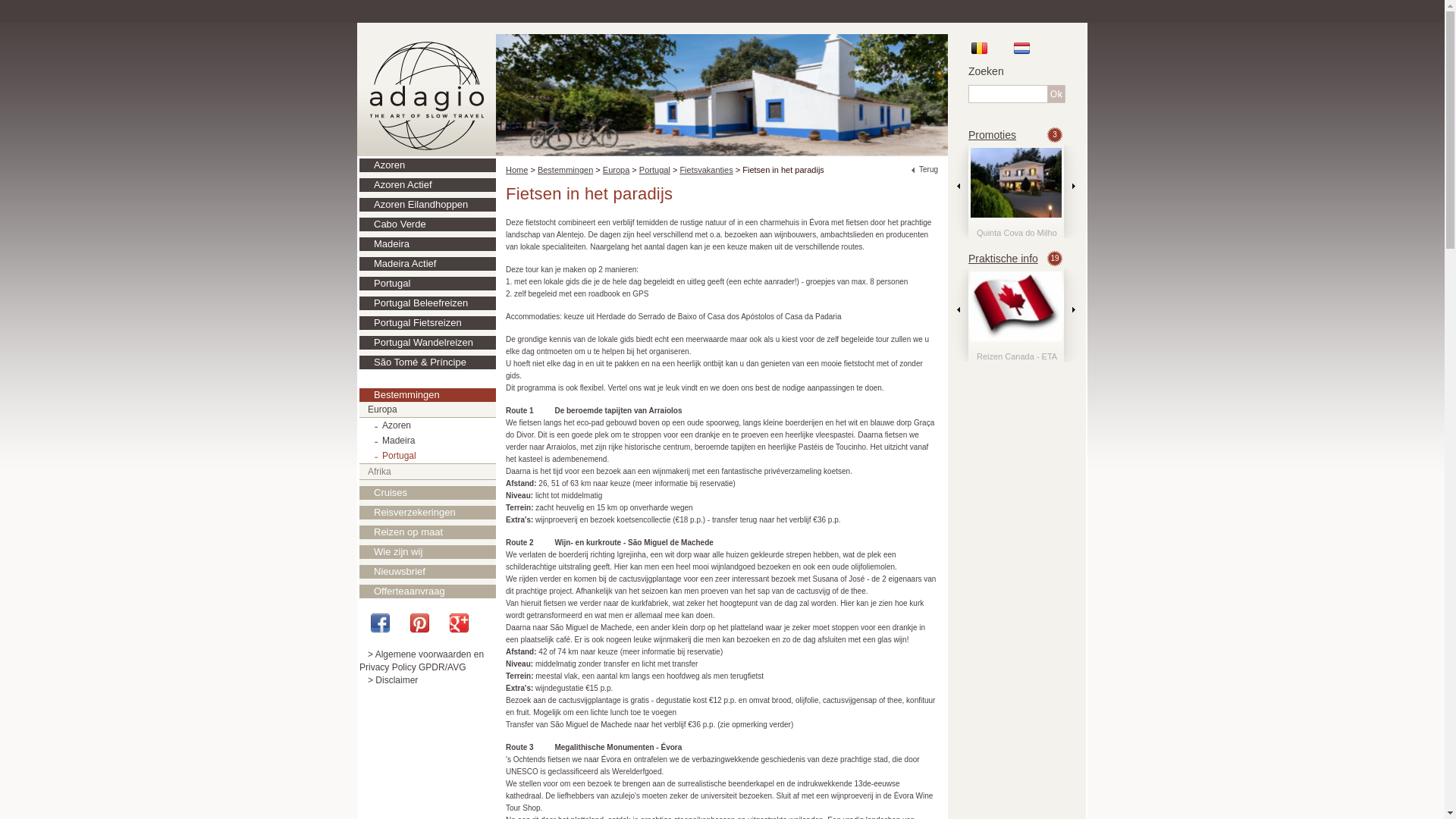 The width and height of the screenshot is (1456, 819). I want to click on 'Terug', so click(924, 169).